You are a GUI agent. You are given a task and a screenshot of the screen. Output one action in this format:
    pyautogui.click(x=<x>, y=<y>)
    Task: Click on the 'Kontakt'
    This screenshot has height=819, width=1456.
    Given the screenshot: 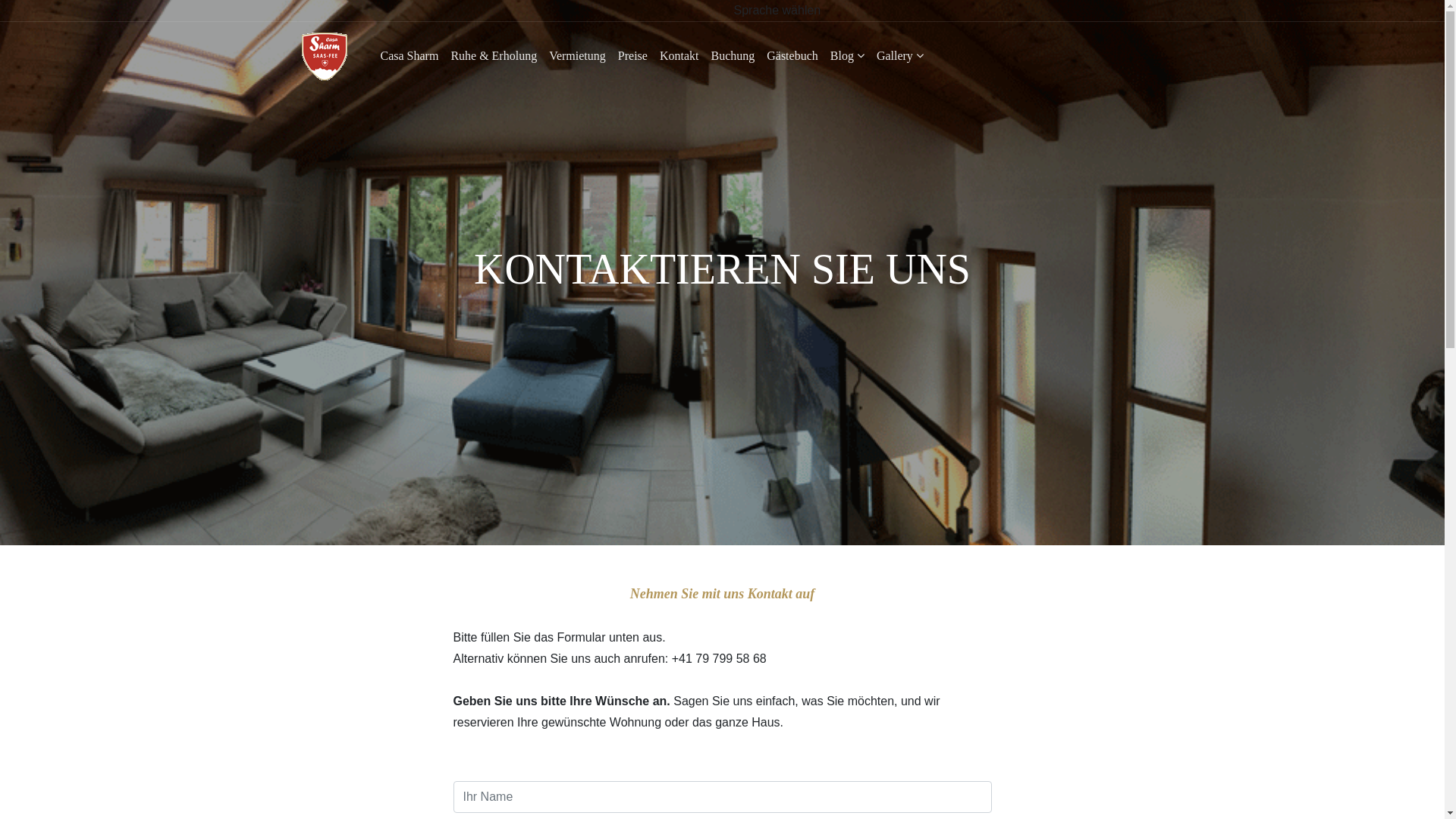 What is the action you would take?
    pyautogui.click(x=679, y=55)
    